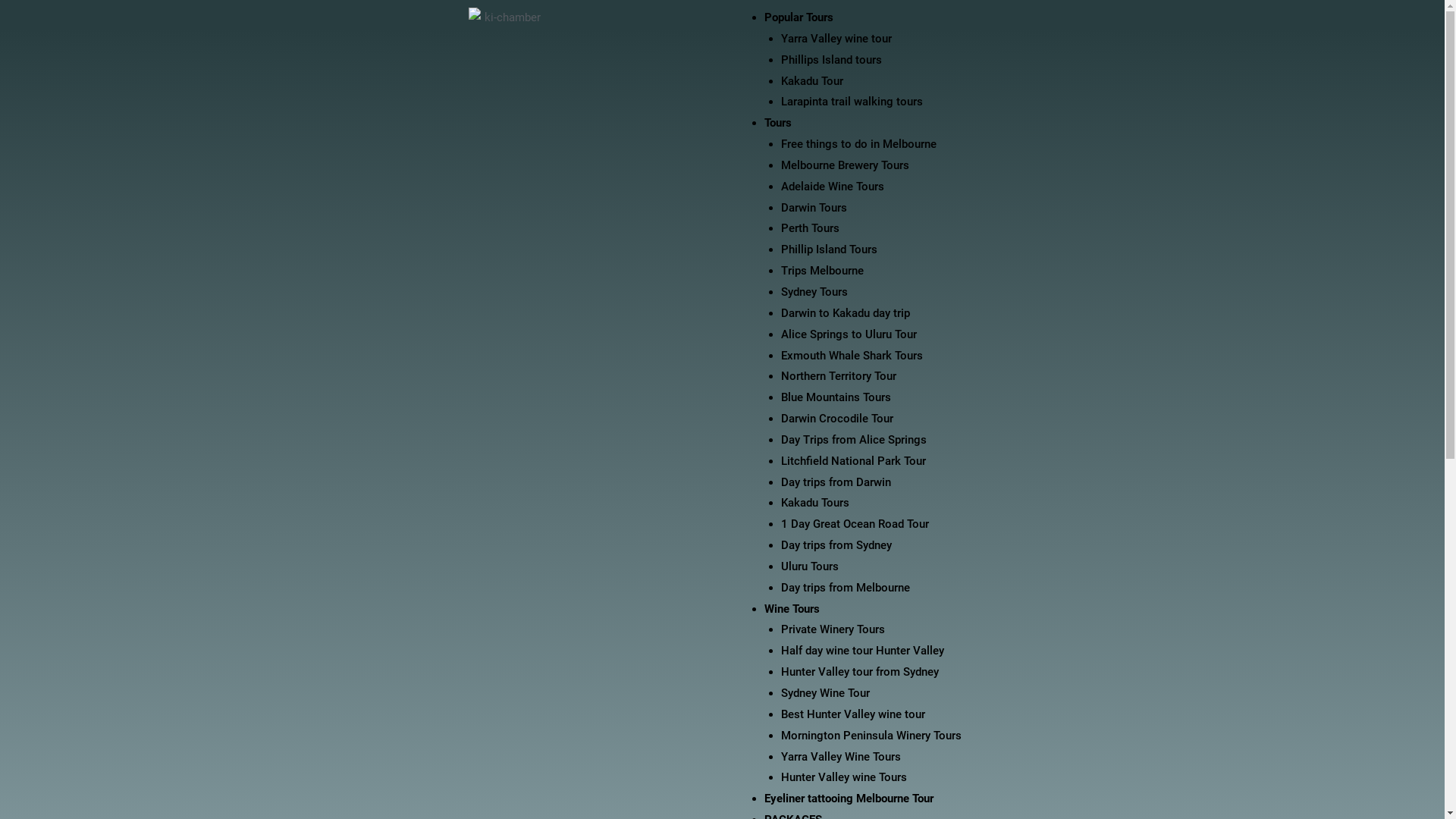  I want to click on 'Private Winery Tours', so click(832, 629).